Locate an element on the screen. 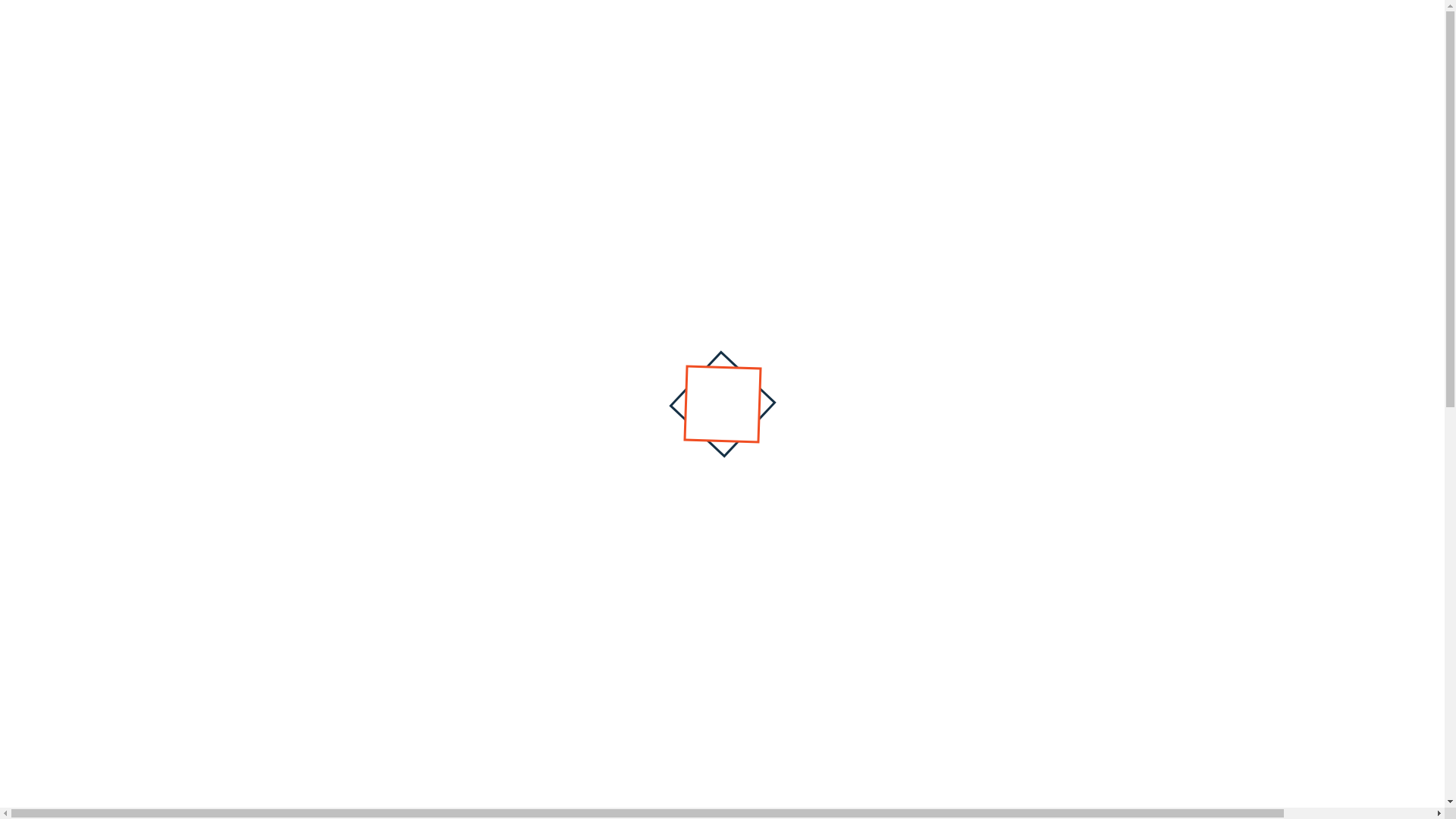 This screenshot has width=1456, height=819. '+61 3 9326 7266' is located at coordinates (336, 13).